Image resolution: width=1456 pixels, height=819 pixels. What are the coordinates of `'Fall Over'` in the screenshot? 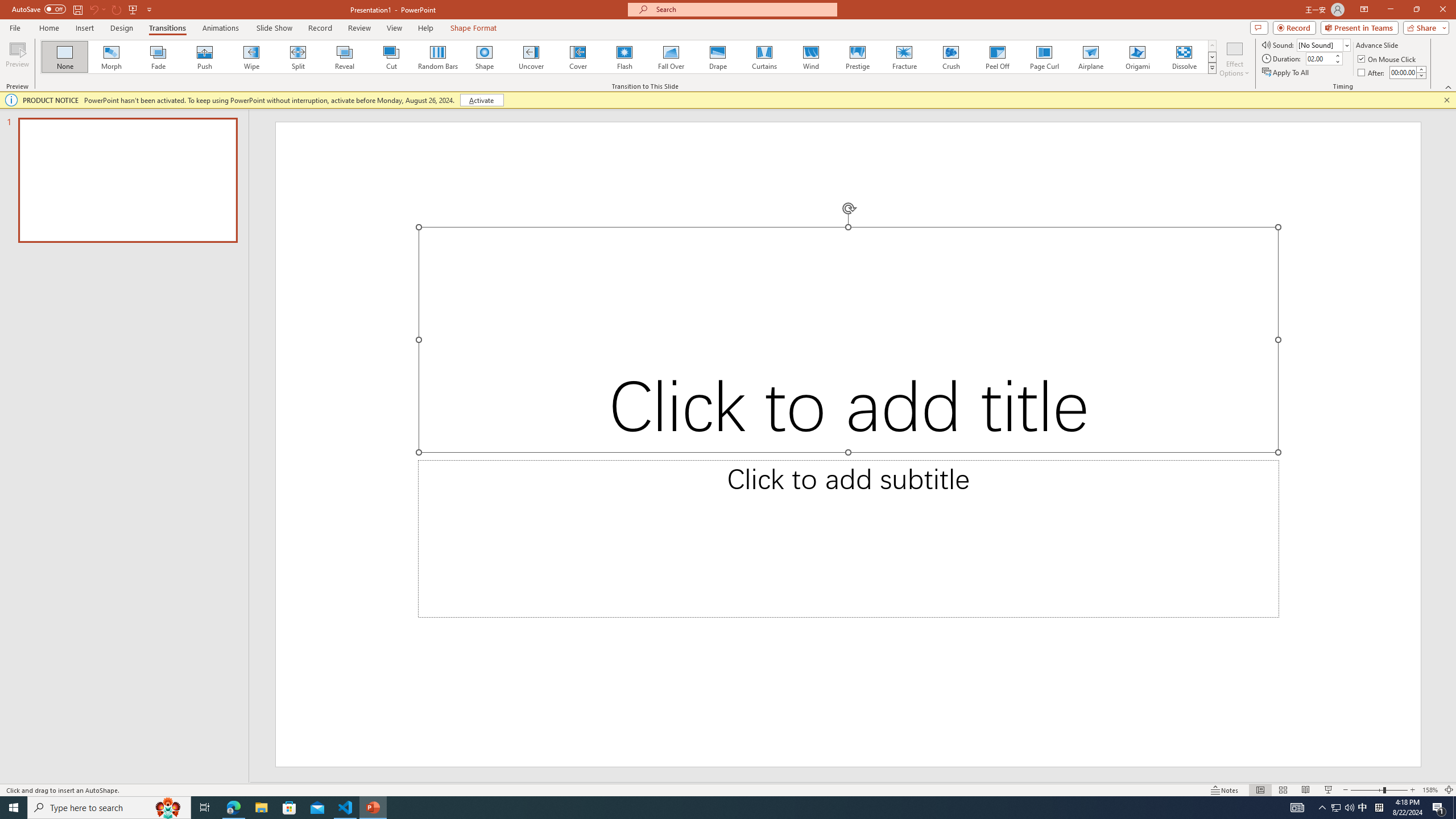 It's located at (671, 56).